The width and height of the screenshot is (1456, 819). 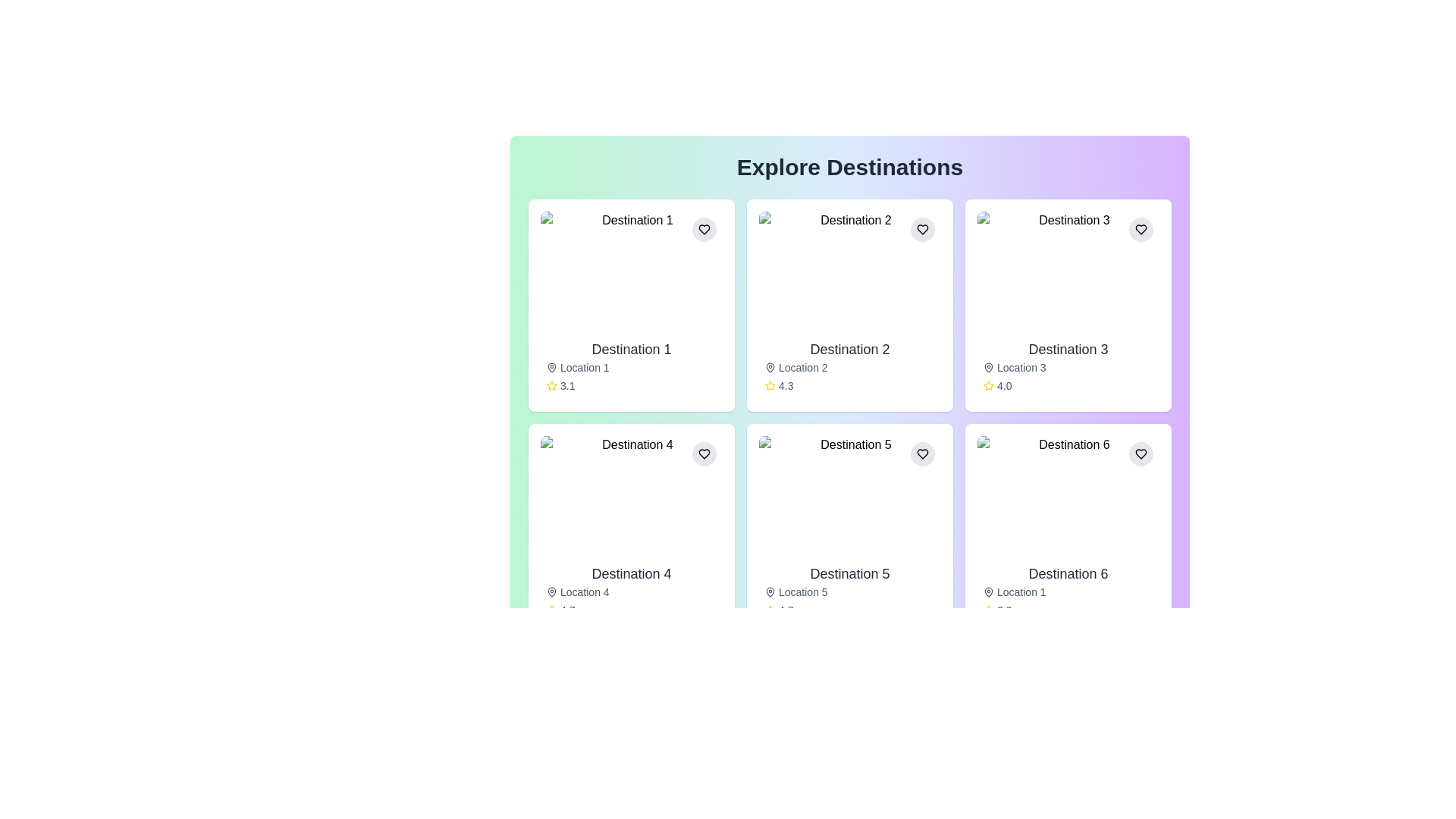 What do you see at coordinates (770, 590) in the screenshot?
I see `the map pin icon located in the lower left corner of the card labeled 'Destination 5', which is beneath the title 'Location 5'` at bounding box center [770, 590].